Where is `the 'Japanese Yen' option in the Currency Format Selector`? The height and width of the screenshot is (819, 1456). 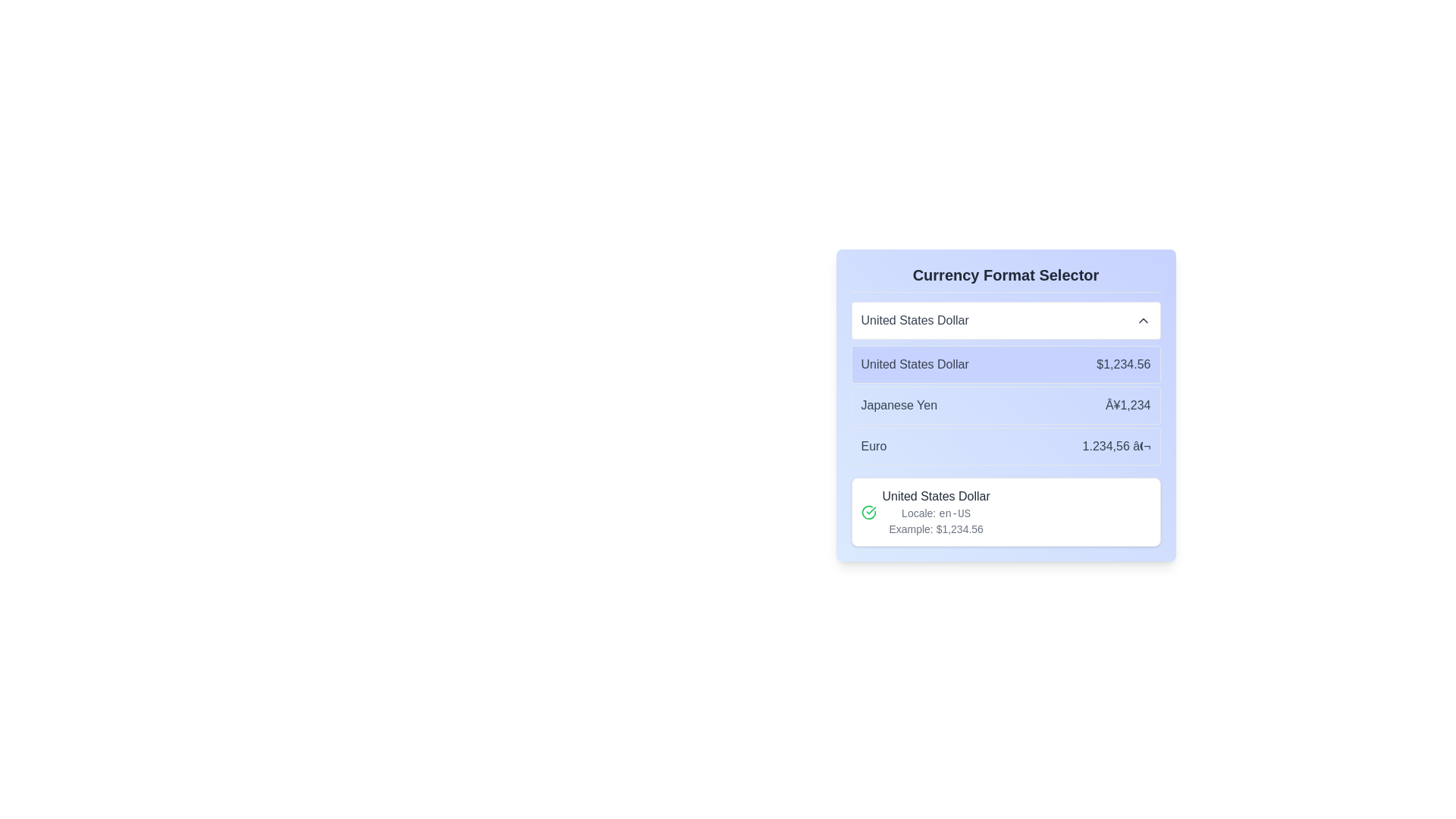
the 'Japanese Yen' option in the Currency Format Selector is located at coordinates (1006, 405).